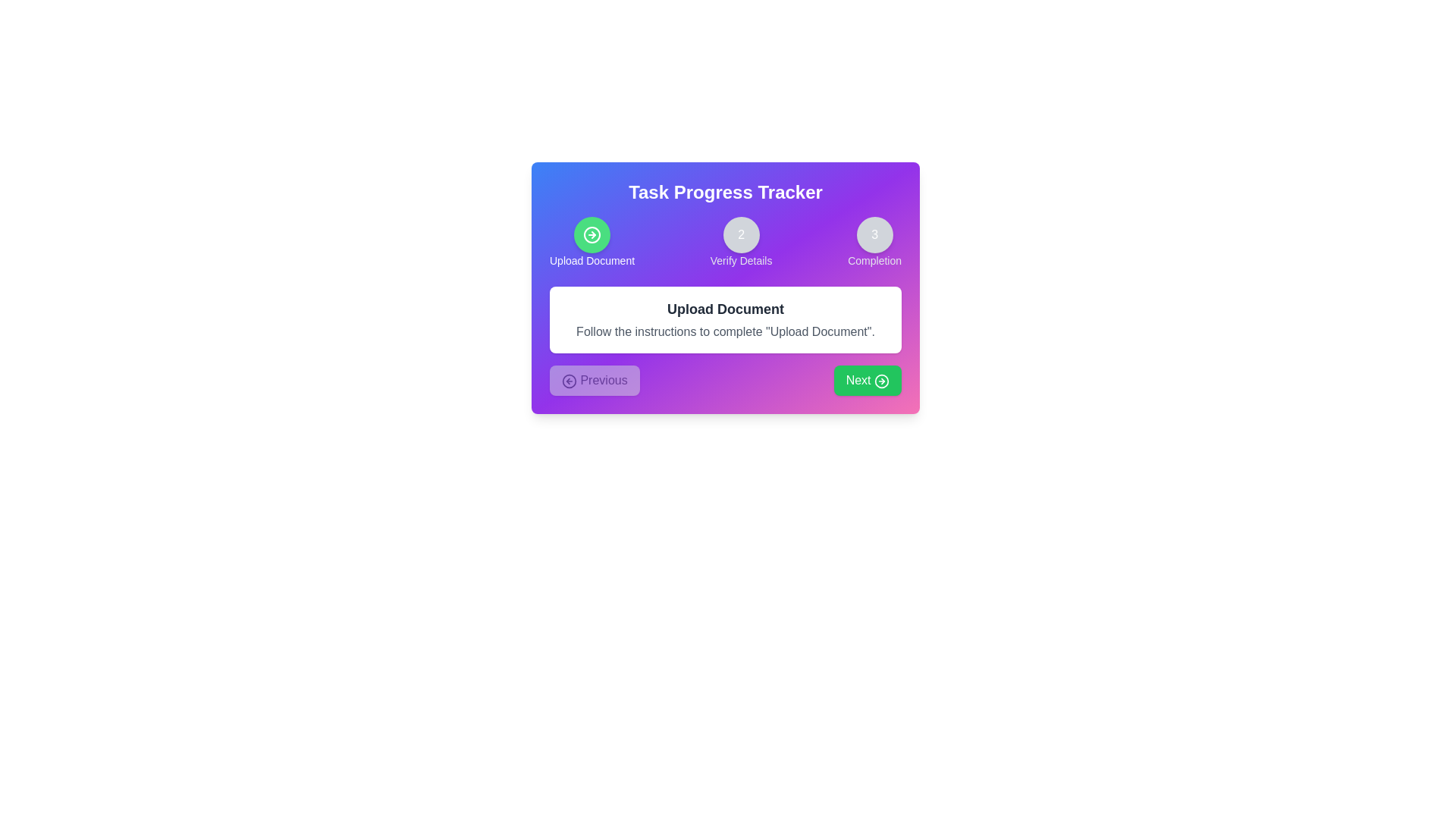 The height and width of the screenshot is (819, 1456). I want to click on the 'Next' button to proceed to the next step, so click(867, 379).